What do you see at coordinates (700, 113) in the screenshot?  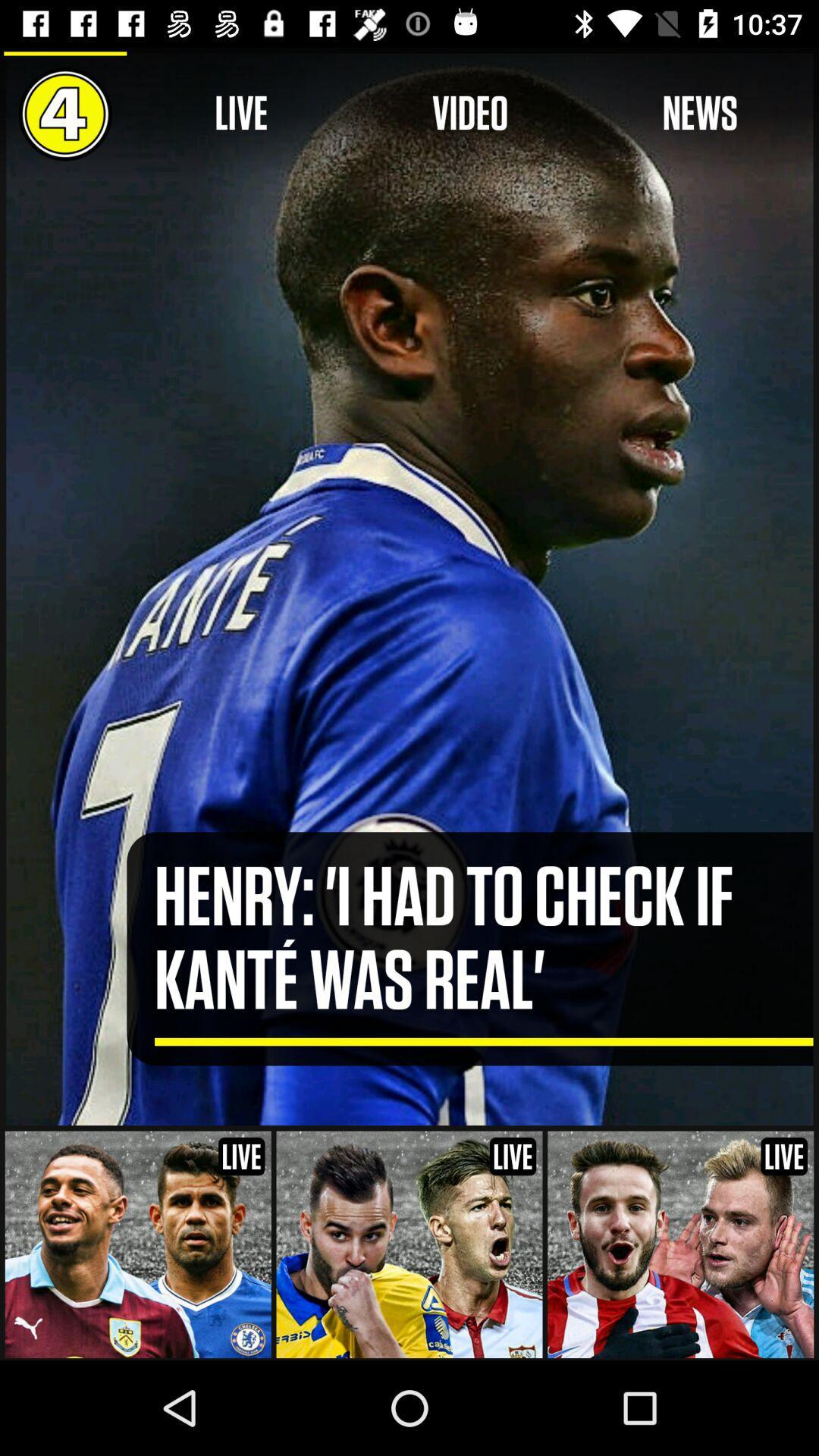 I see `news on top right corner of the screen` at bounding box center [700, 113].